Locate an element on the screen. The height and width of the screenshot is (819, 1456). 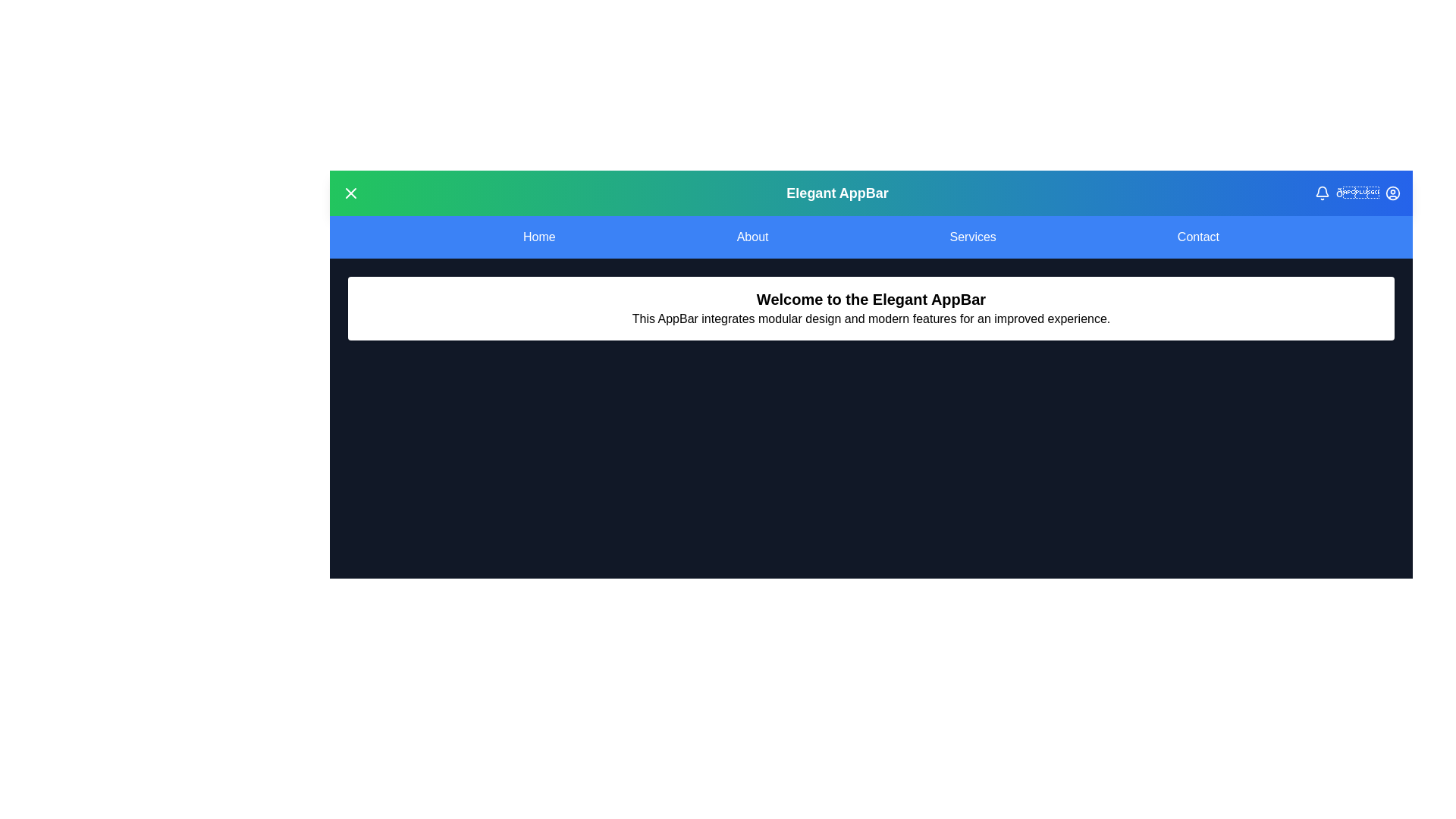
the navigation button labeled About to navigate to the corresponding section is located at coordinates (753, 237).